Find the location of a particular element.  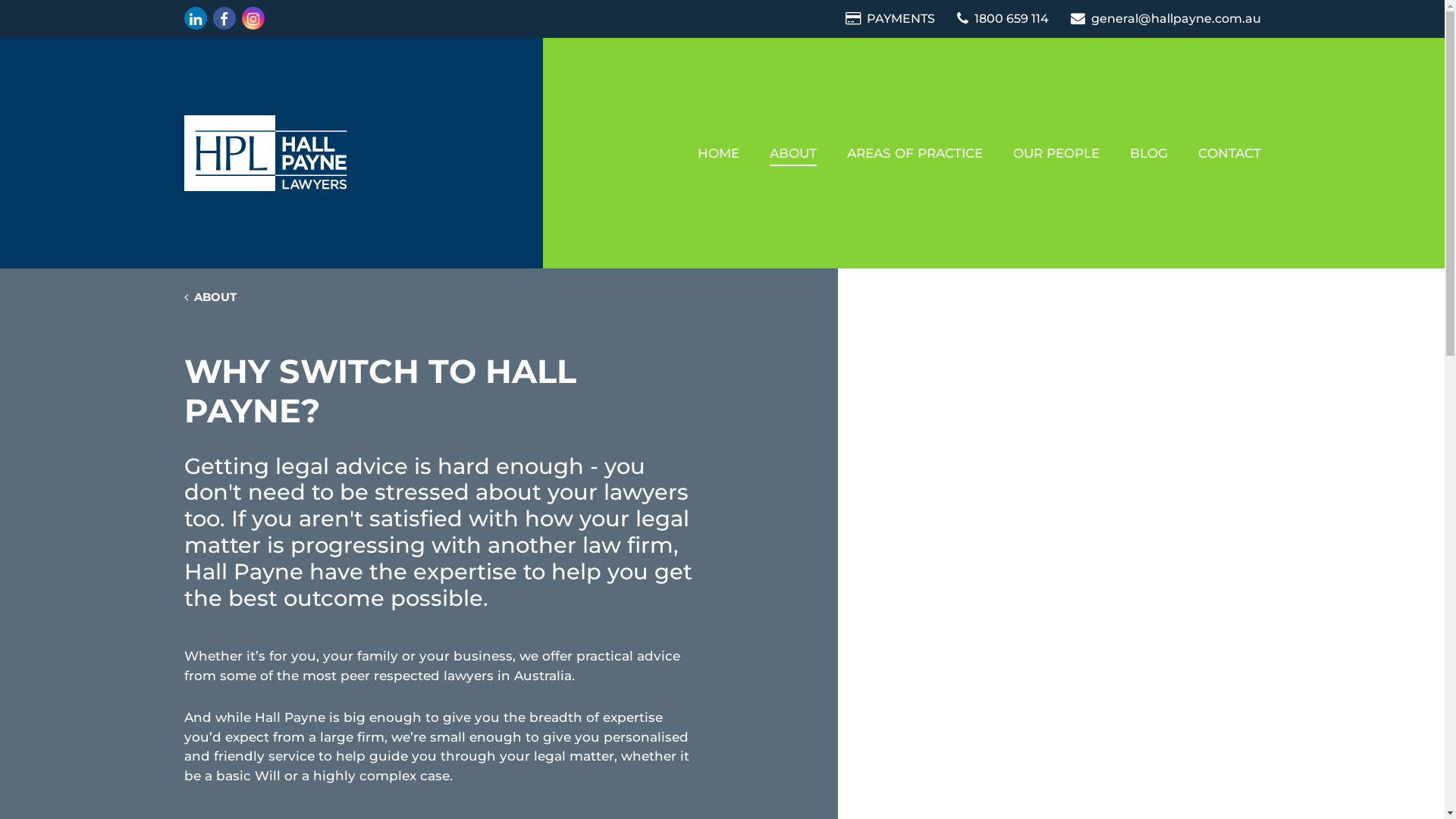

'AREAS OF PRACTICE' is located at coordinates (913, 152).